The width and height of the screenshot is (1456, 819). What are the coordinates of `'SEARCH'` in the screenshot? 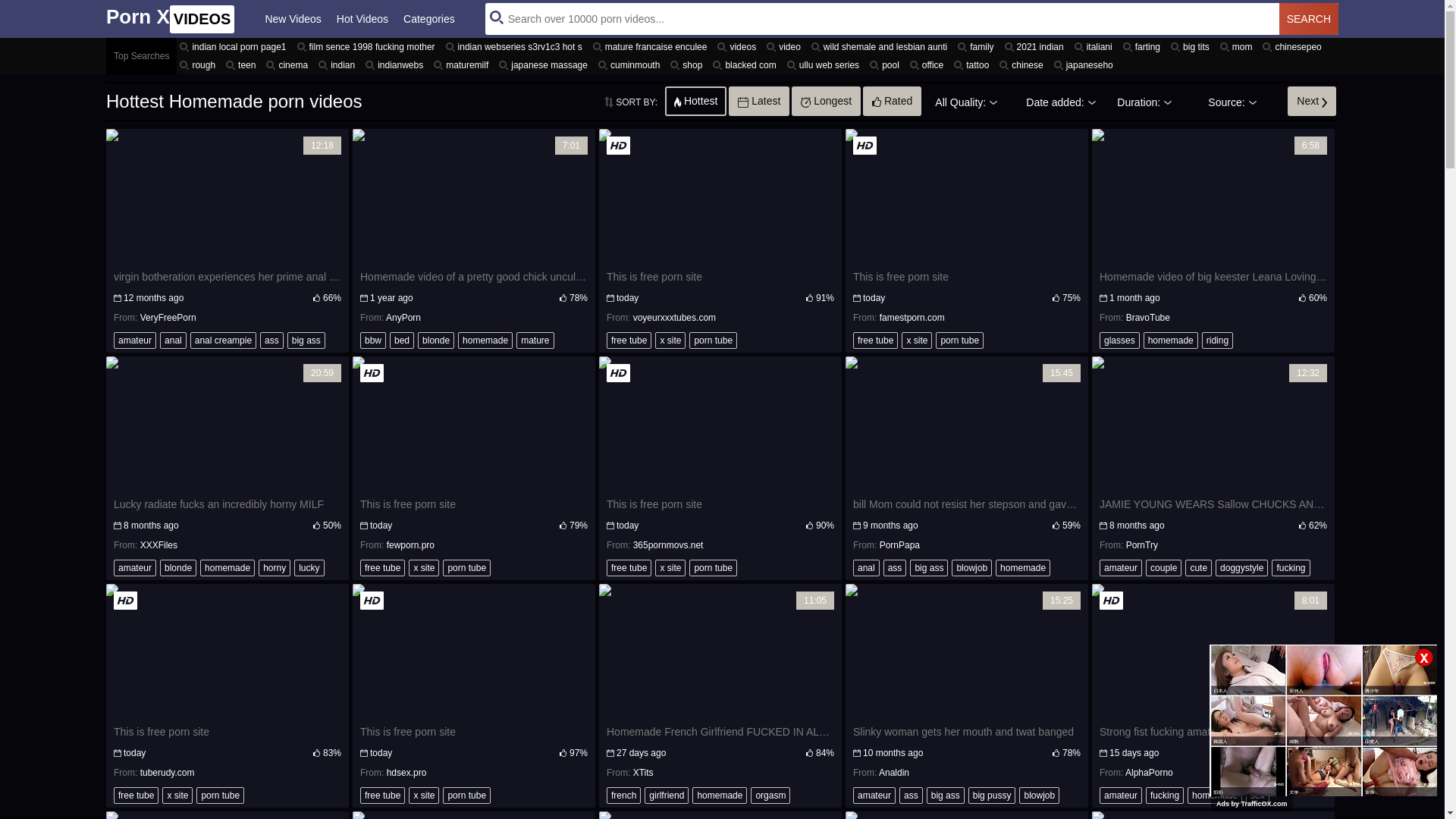 It's located at (1308, 18).